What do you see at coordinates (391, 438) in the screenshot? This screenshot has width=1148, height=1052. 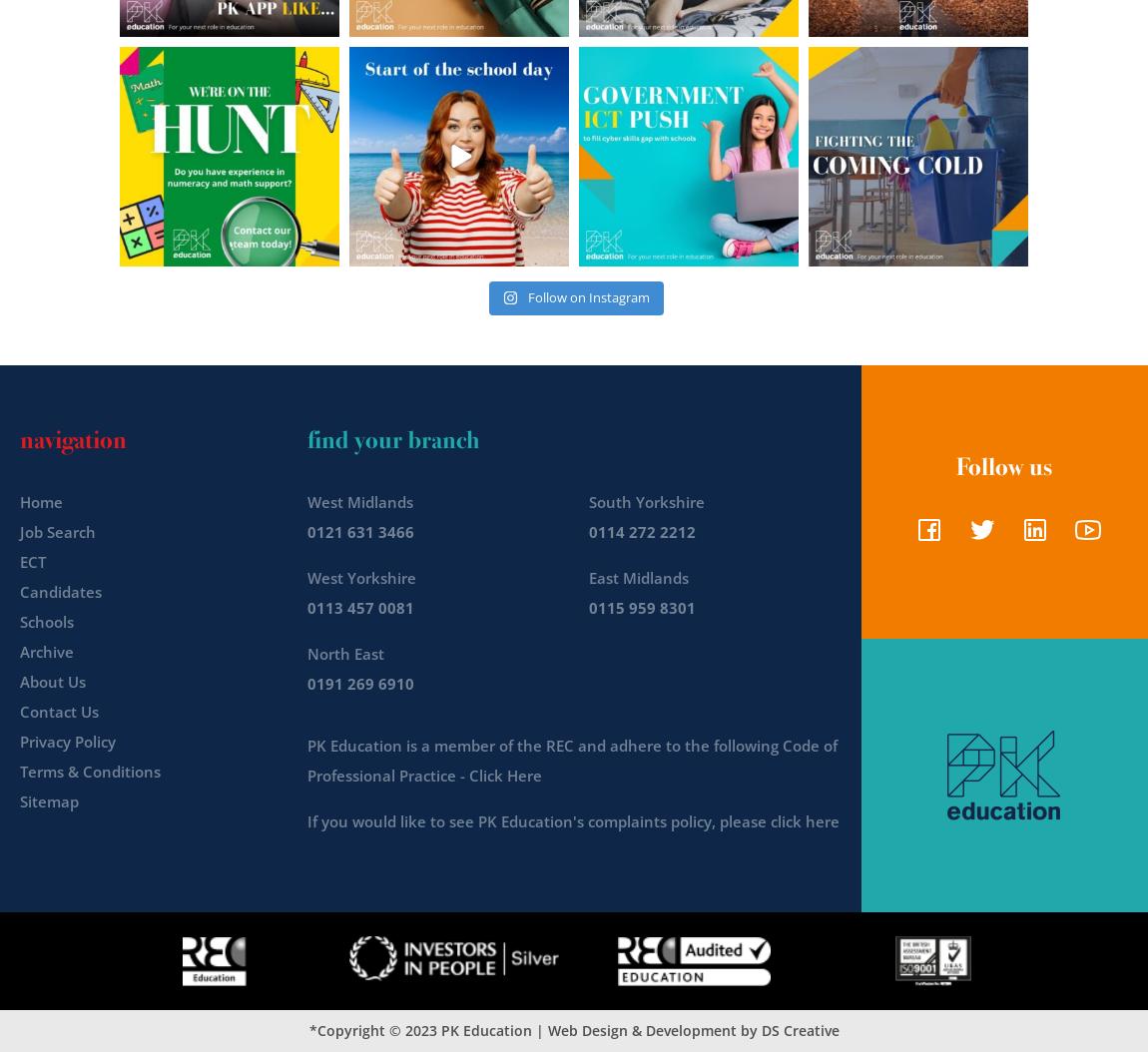 I see `'find your branch'` at bounding box center [391, 438].